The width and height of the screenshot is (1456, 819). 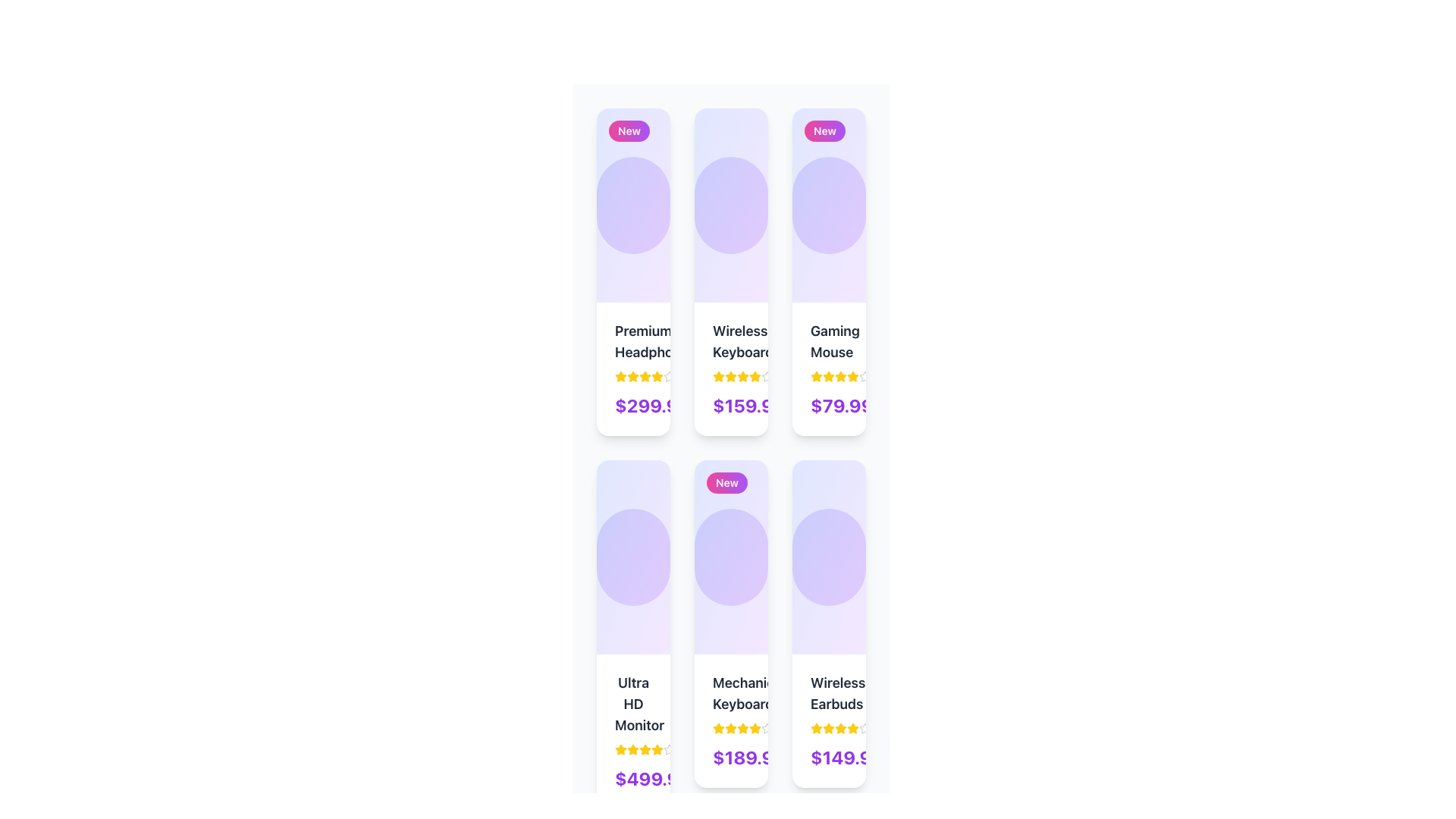 What do you see at coordinates (839, 727) in the screenshot?
I see `the fifth star icon indicating the rating for the 'Wireless Earbuds' product located at the bottom section of the product card` at bounding box center [839, 727].